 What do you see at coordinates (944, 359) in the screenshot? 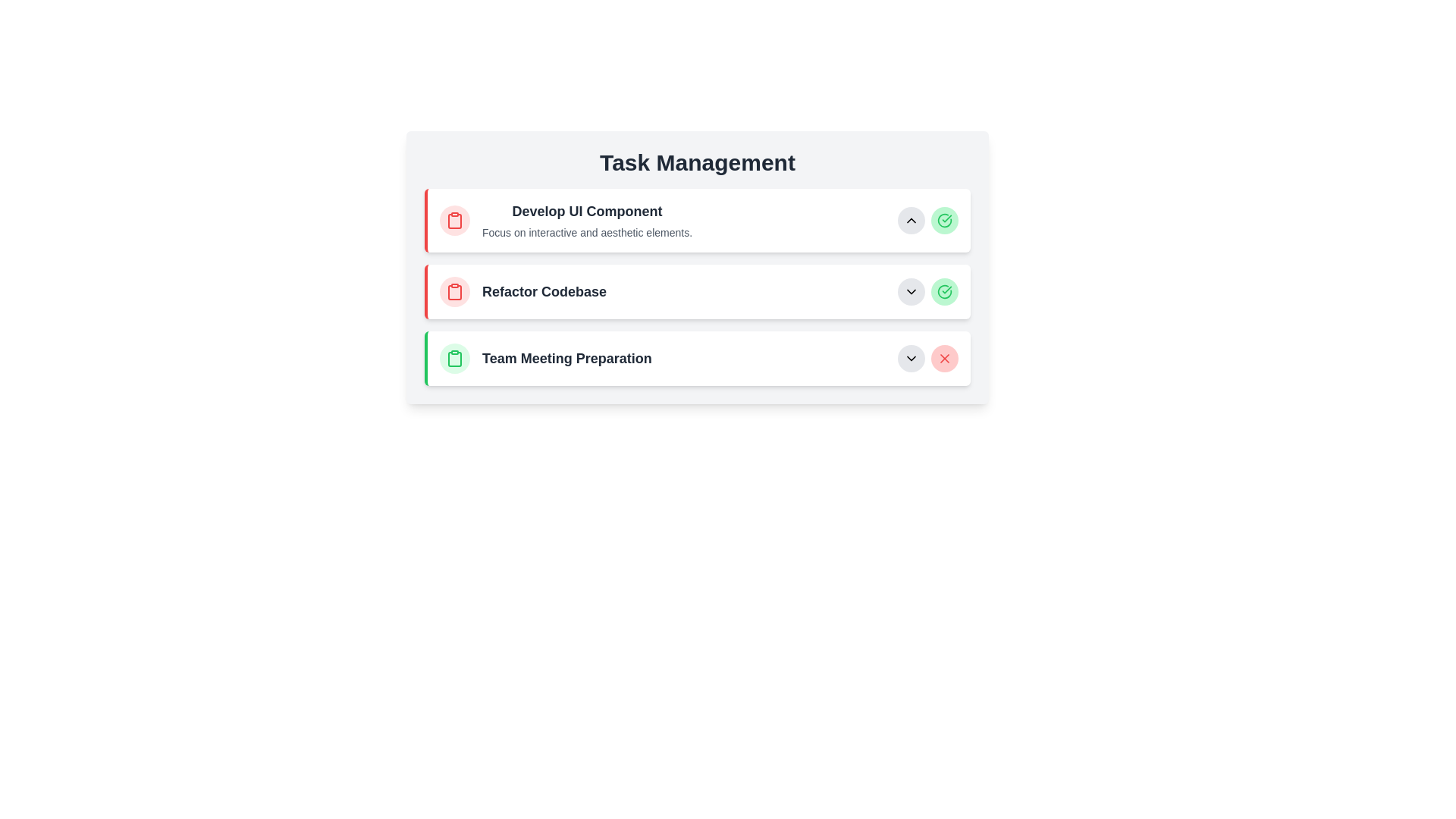
I see `the small red circular interactive icon with an 'X' symbol, located at the far right of the third horizontal task entry` at bounding box center [944, 359].